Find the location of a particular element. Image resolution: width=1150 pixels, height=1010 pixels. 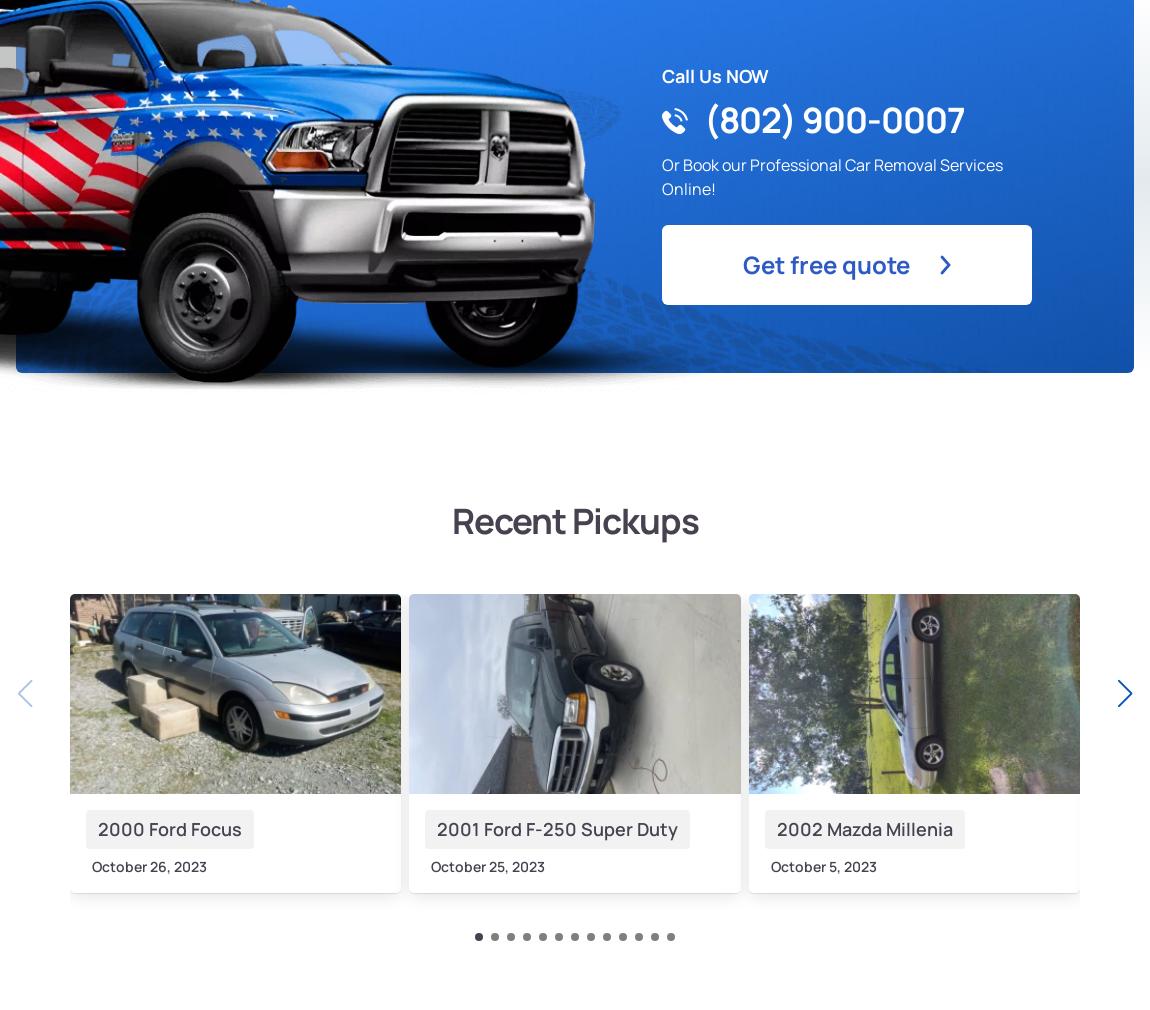

'2000 Ford Focus' is located at coordinates (168, 827).